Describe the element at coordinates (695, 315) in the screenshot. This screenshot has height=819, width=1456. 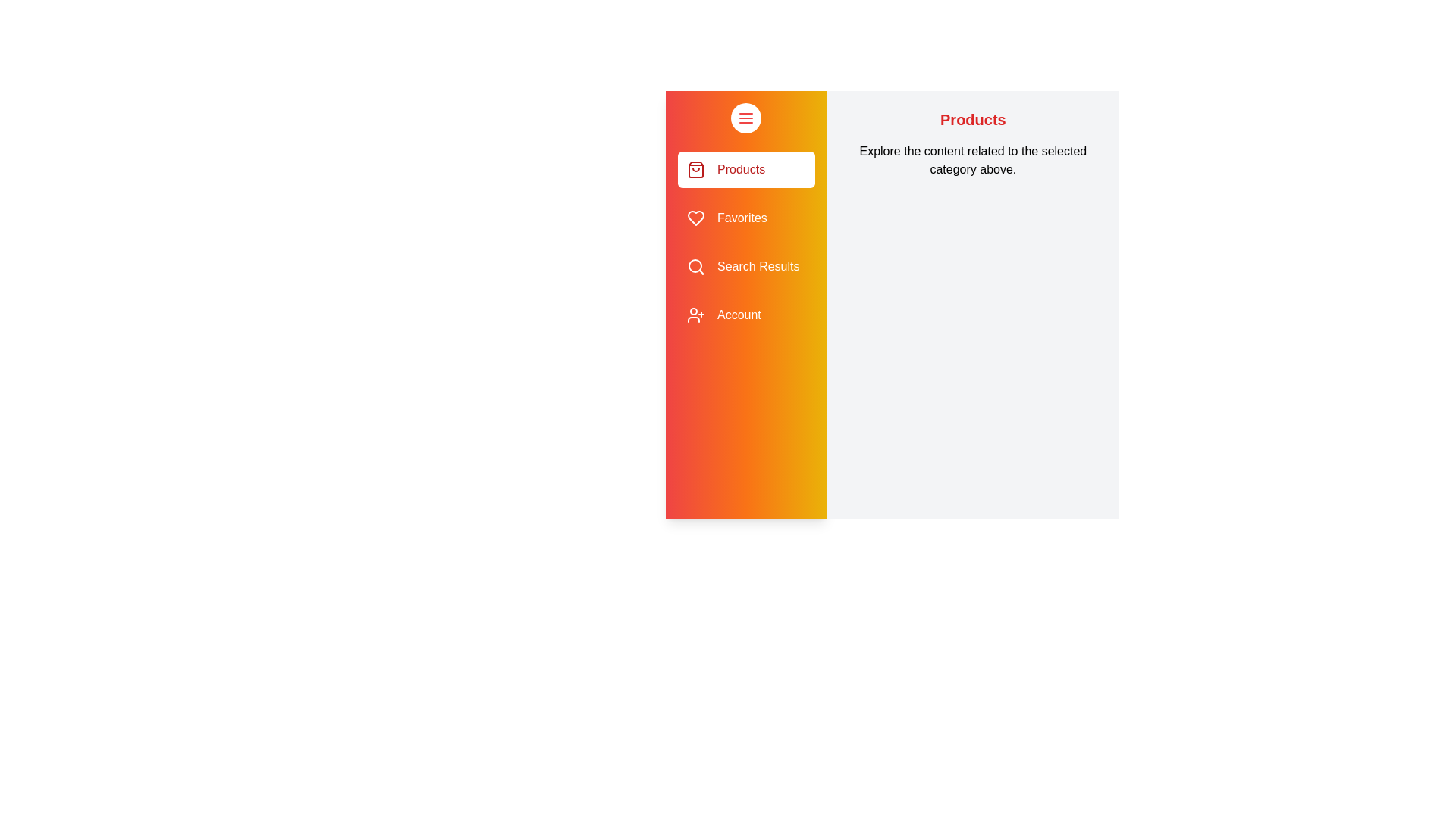
I see `the sidebar icon for Account to navigate to the corresponding section` at that location.